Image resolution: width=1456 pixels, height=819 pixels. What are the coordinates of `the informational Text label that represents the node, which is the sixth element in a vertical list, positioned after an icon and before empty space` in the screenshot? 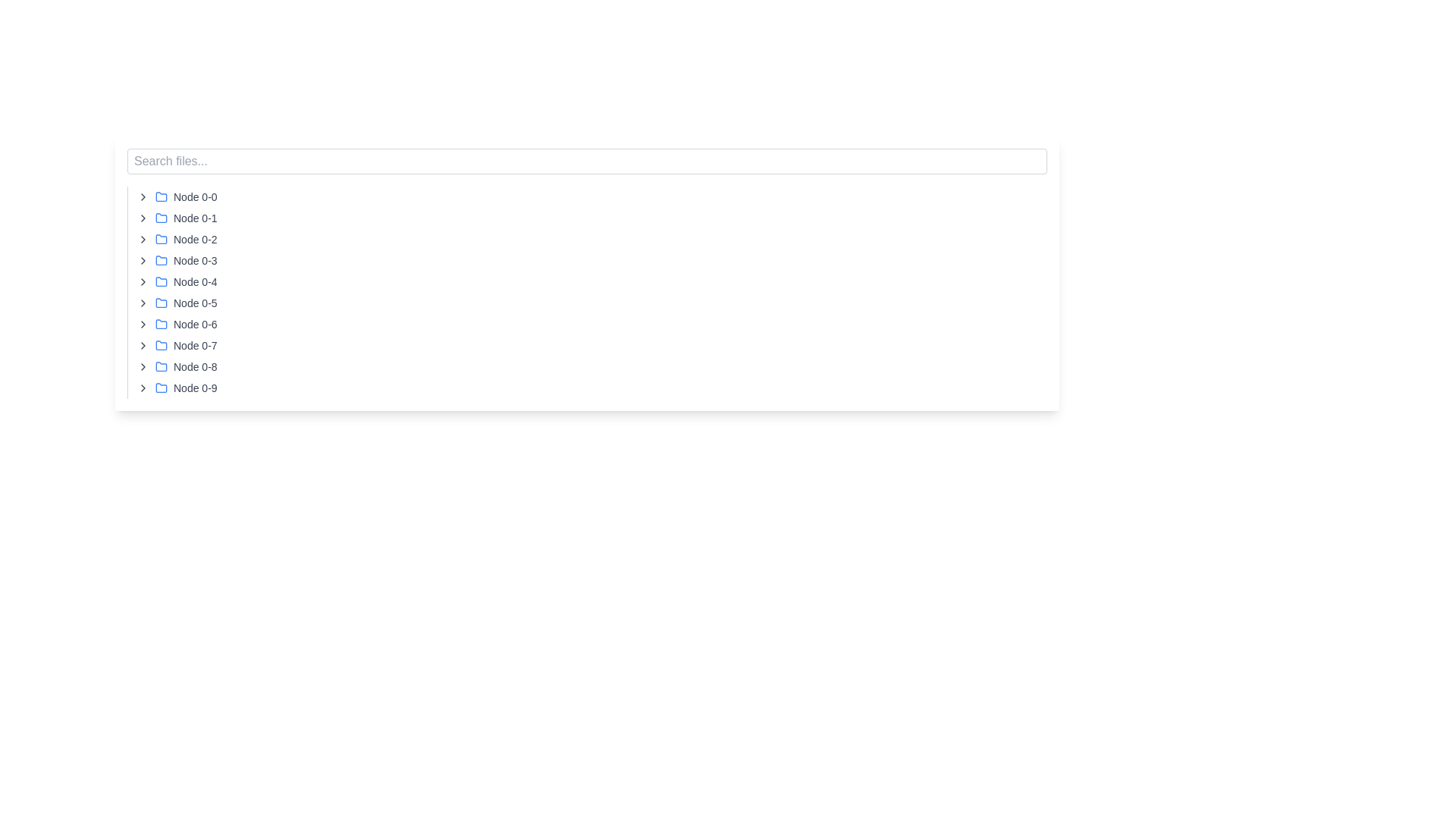 It's located at (194, 303).